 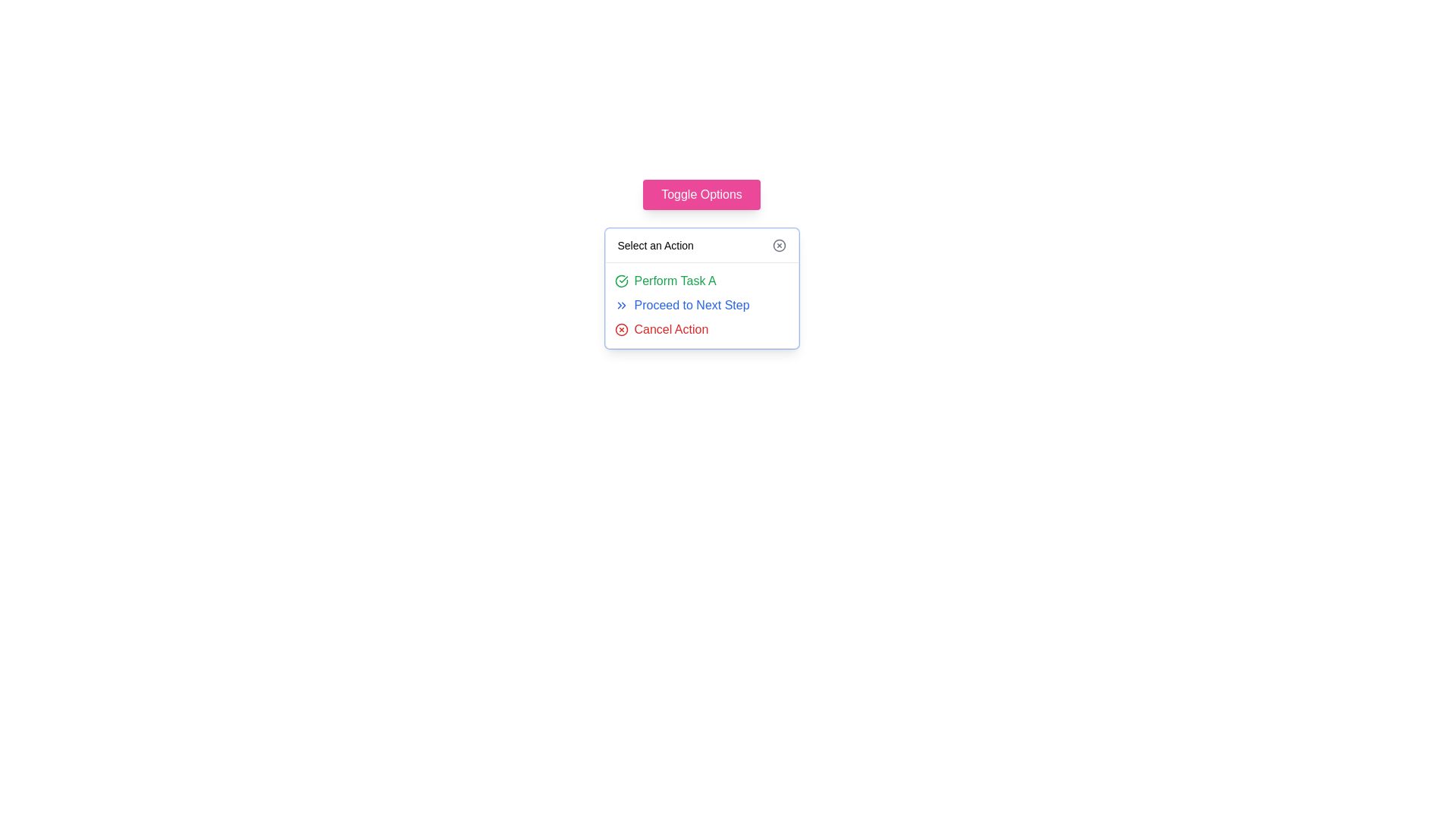 I want to click on the Icon button located at the bottom of the menu list, adjacent to the red 'Cancel Action' text, so click(x=621, y=329).